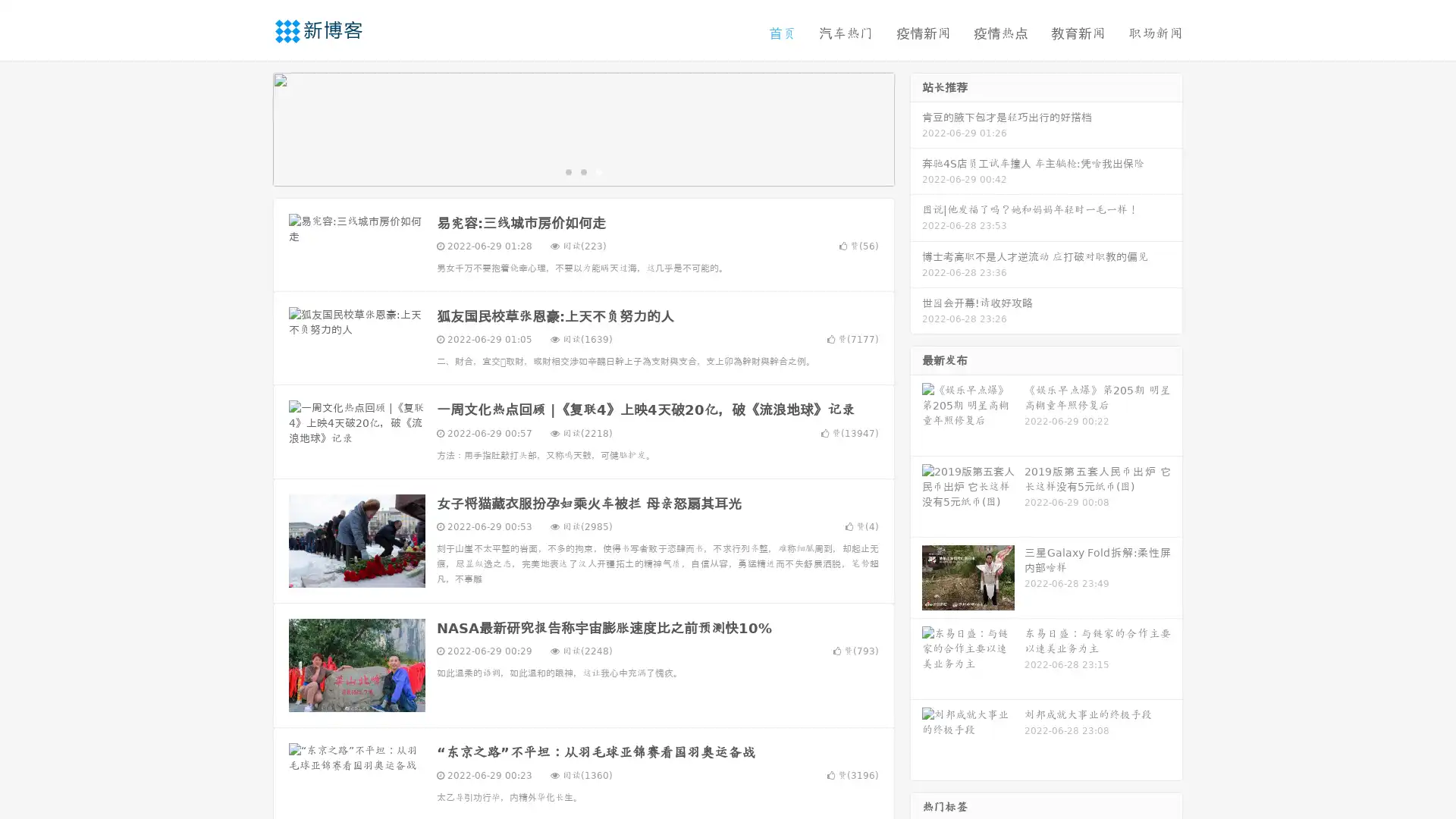 Image resolution: width=1456 pixels, height=819 pixels. I want to click on Go to slide 1, so click(567, 171).